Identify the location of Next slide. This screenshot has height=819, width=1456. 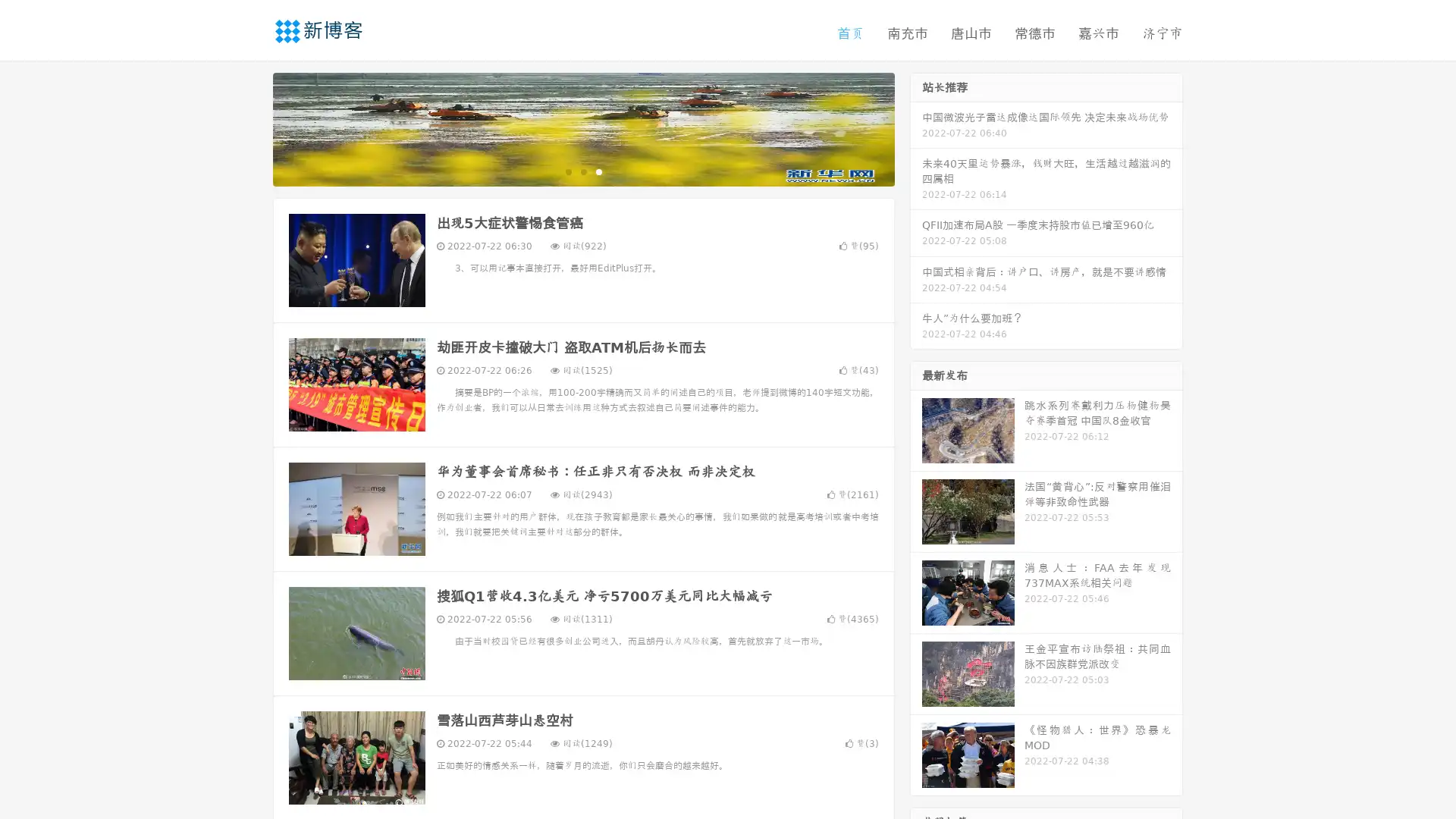
(916, 127).